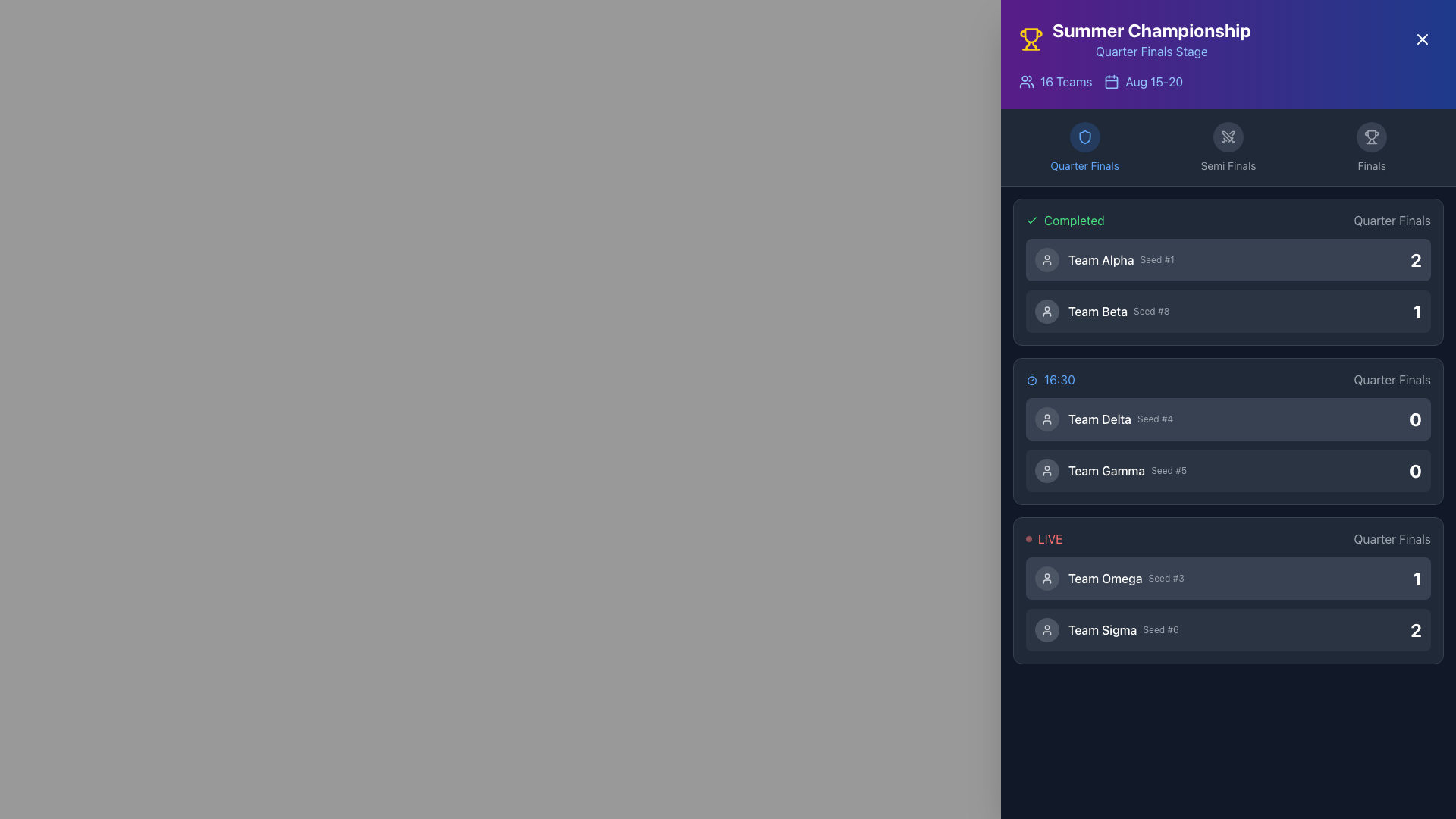 The width and height of the screenshot is (1456, 819). What do you see at coordinates (1372, 166) in the screenshot?
I see `the text label 'Finals', which is the third tab option in a horizontal navigation bar with a dark background` at bounding box center [1372, 166].